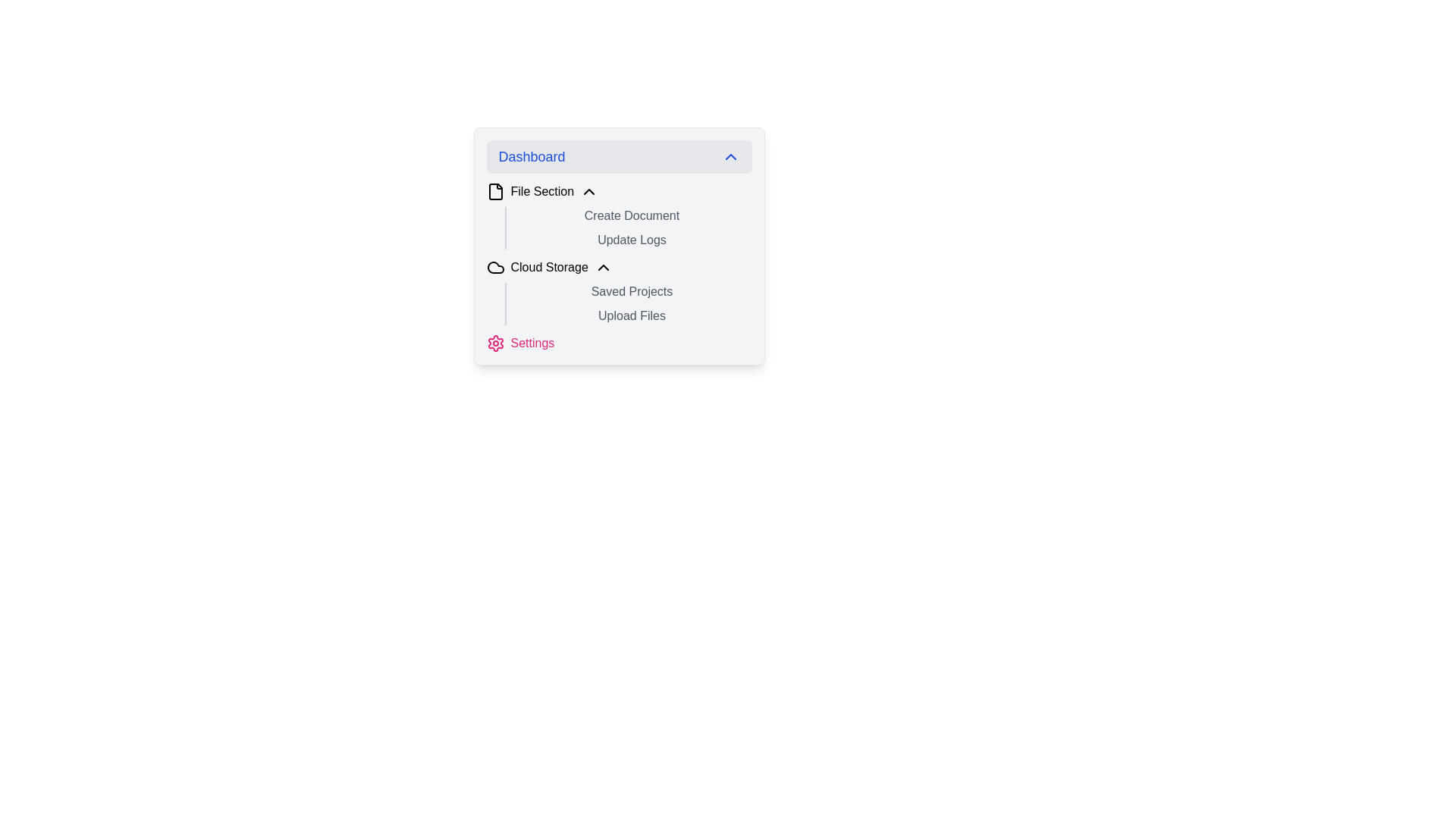 The width and height of the screenshot is (1456, 819). Describe the element at coordinates (730, 157) in the screenshot. I see `the upward-pointing chevron icon located next to the 'Dashboard' text` at that location.